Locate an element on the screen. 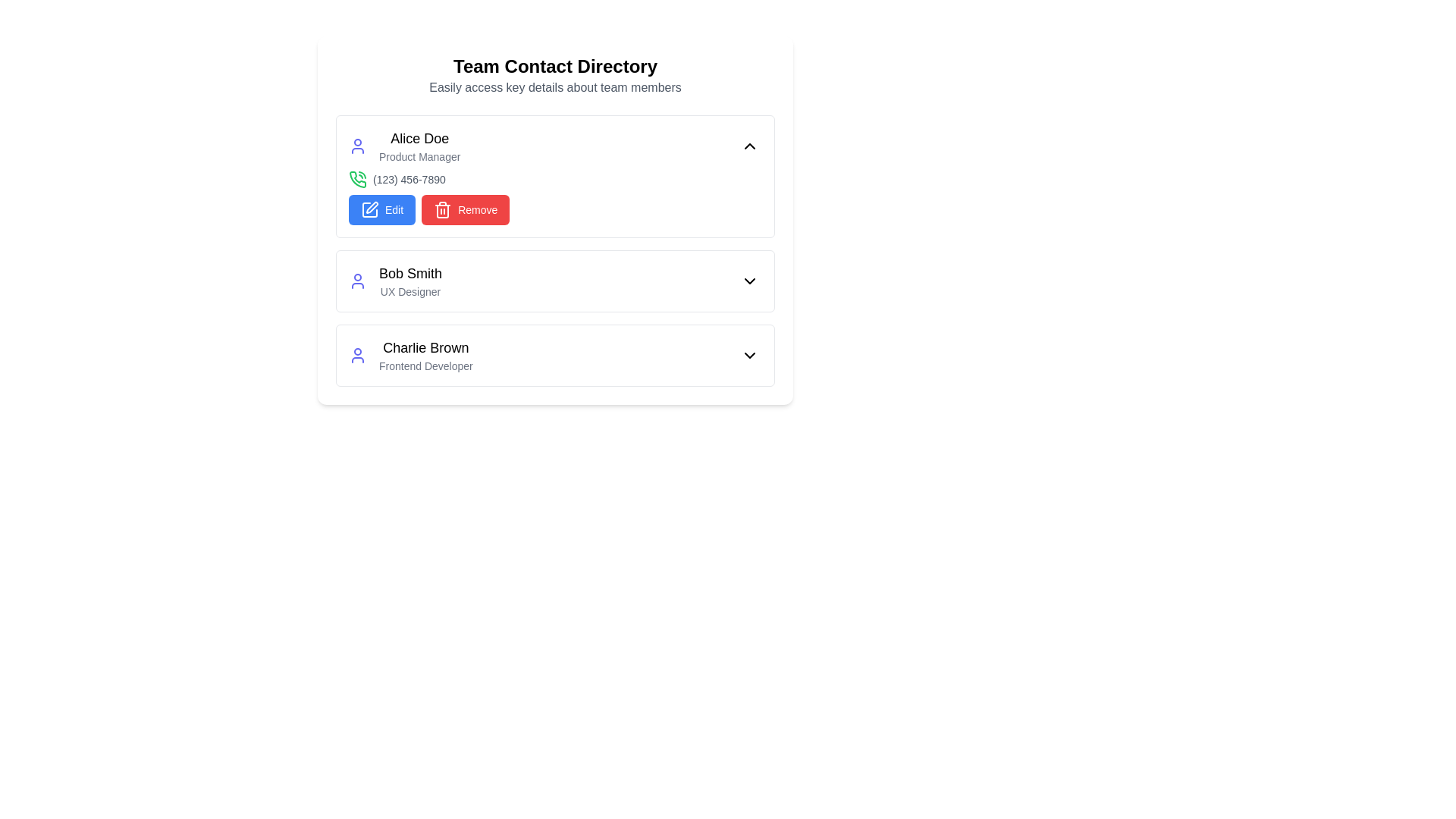 Image resolution: width=1456 pixels, height=819 pixels. the trash bin icon with a red background, outlined in white, located to the right of the 'Remove' button for Alice Doe's contact card is located at coordinates (442, 210).